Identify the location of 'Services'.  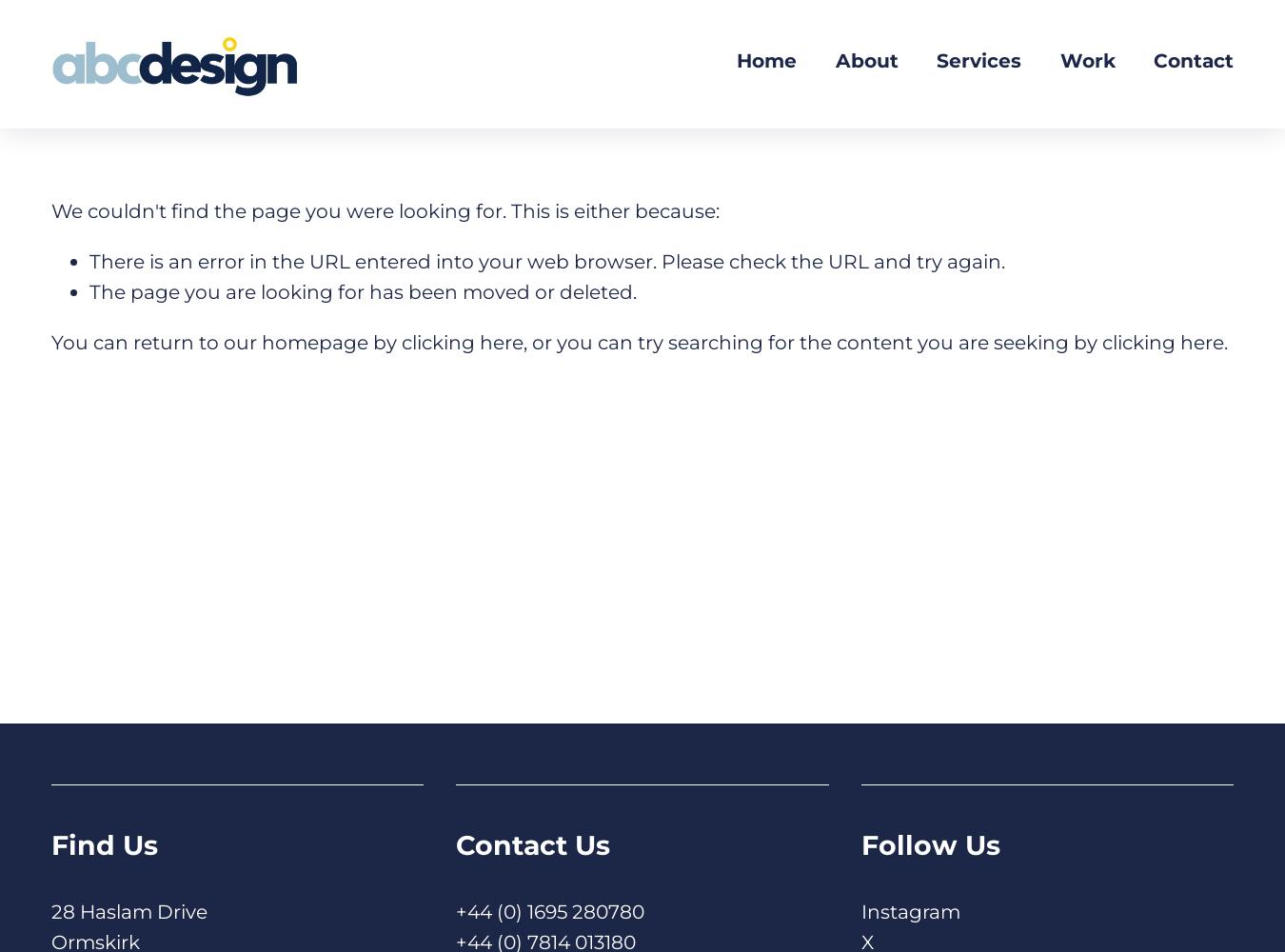
(979, 59).